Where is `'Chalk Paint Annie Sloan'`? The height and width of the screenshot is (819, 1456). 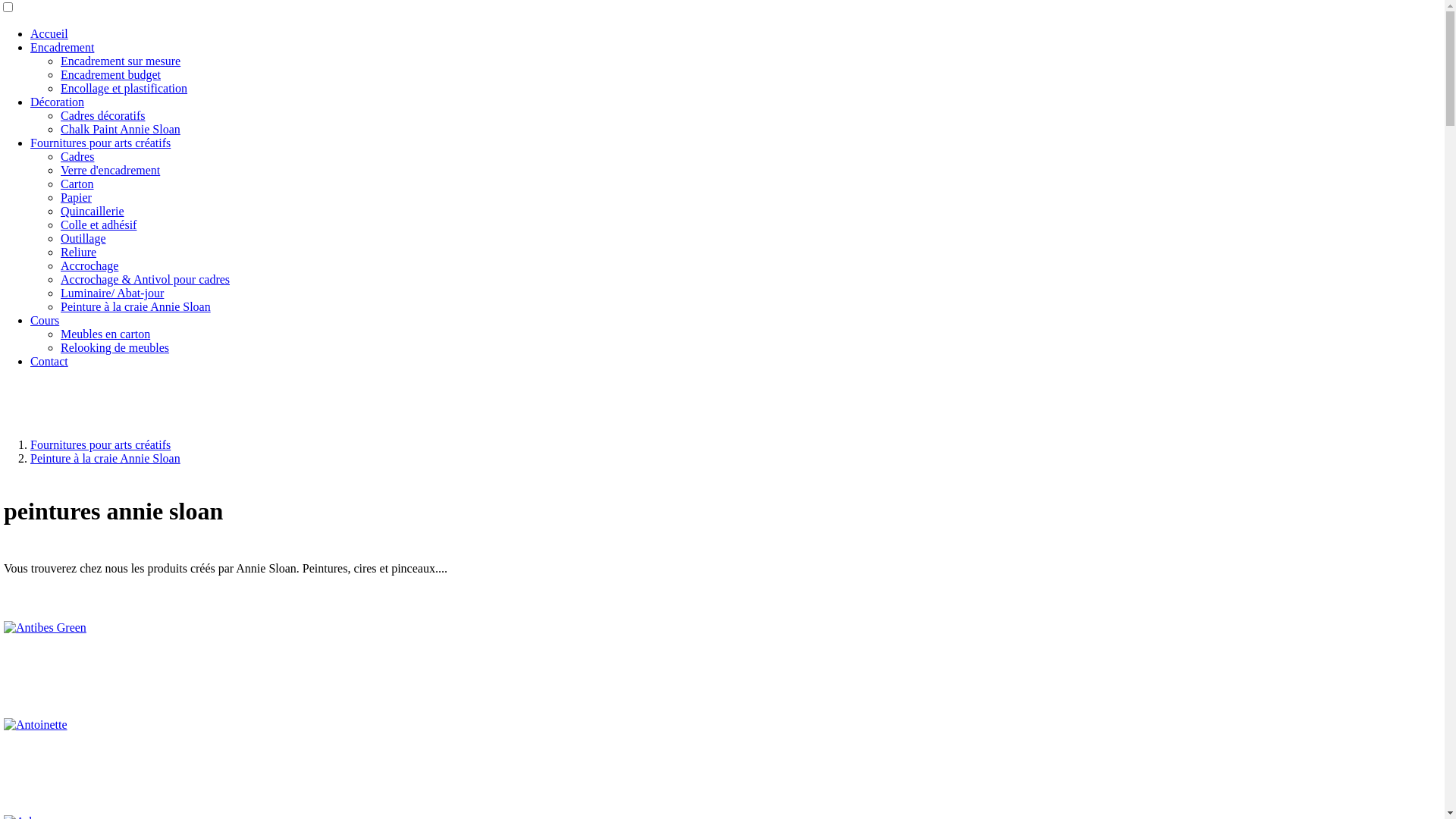 'Chalk Paint Annie Sloan' is located at coordinates (119, 128).